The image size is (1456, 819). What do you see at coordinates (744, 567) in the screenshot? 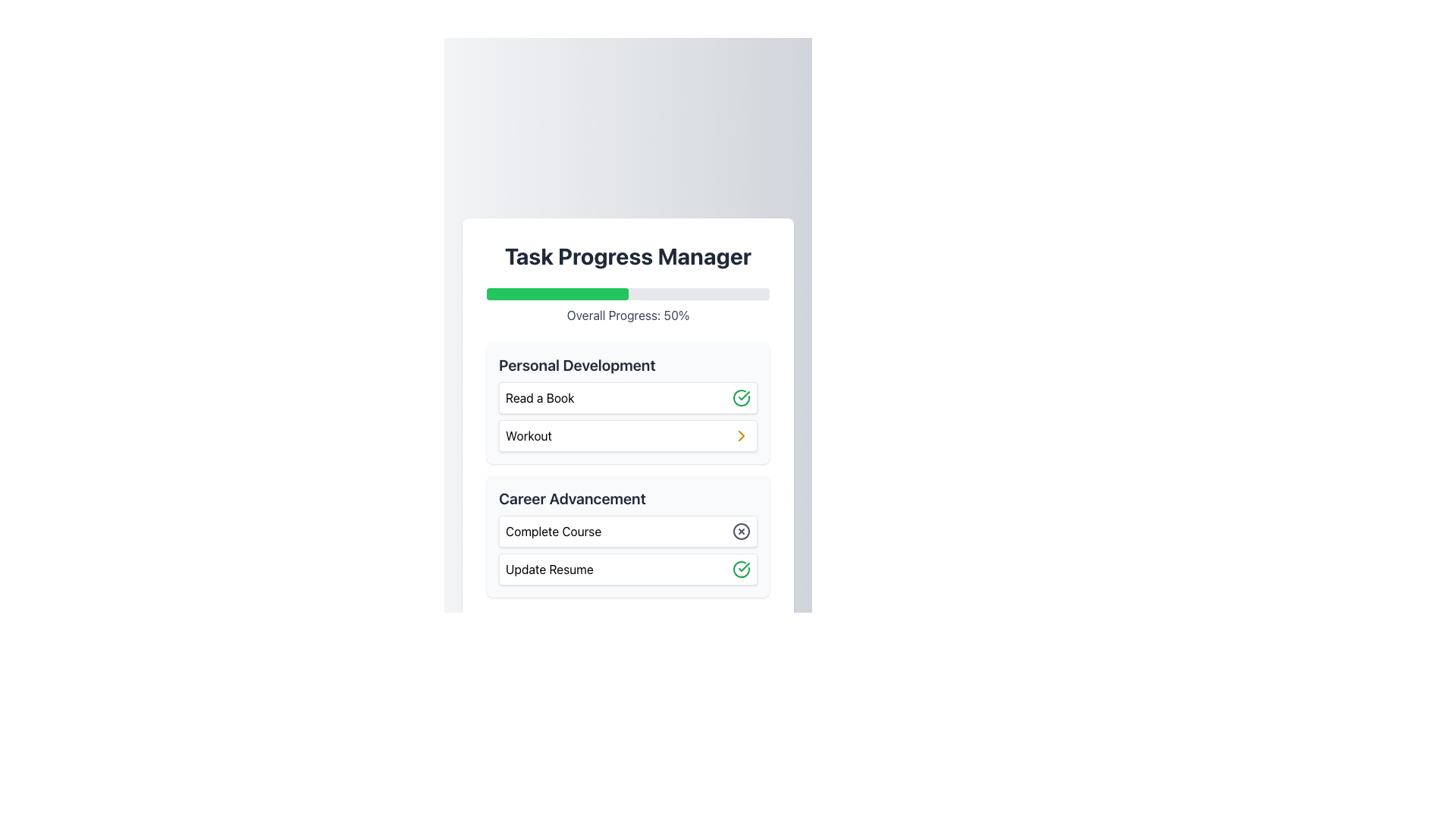
I see `the checkmark icon indicating the completion status of the 'Read a Book' task in the 'Personal Development' section` at bounding box center [744, 567].